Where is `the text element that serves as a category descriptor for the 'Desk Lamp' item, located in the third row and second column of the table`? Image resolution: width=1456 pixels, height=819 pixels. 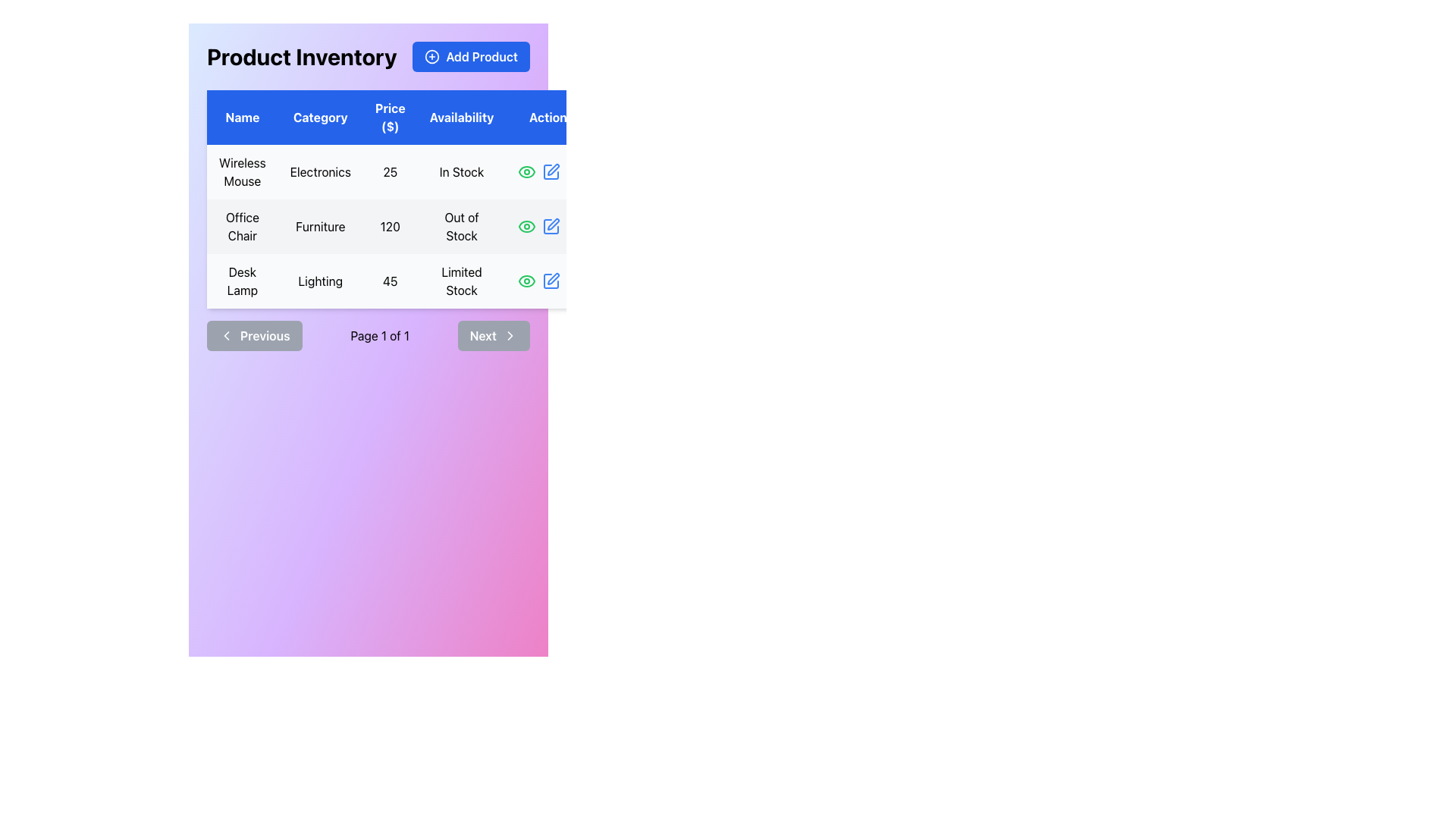
the text element that serves as a category descriptor for the 'Desk Lamp' item, located in the third row and second column of the table is located at coordinates (319, 281).